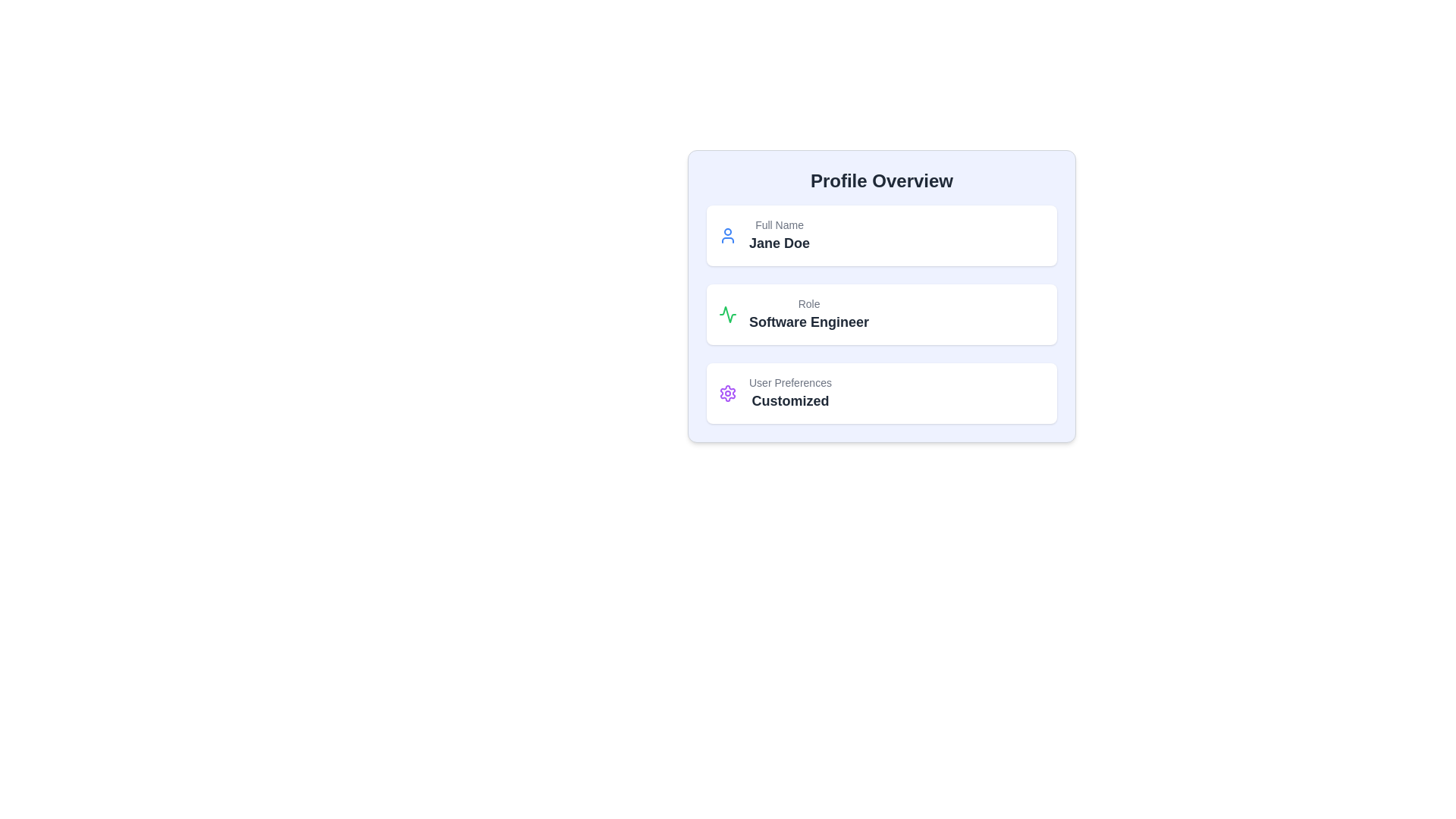 This screenshot has height=819, width=1456. I want to click on header text element that displays 'Profile Overview', which is a large, bold, centered text on a light indigo background at the top of the profile summary card, so click(881, 180).